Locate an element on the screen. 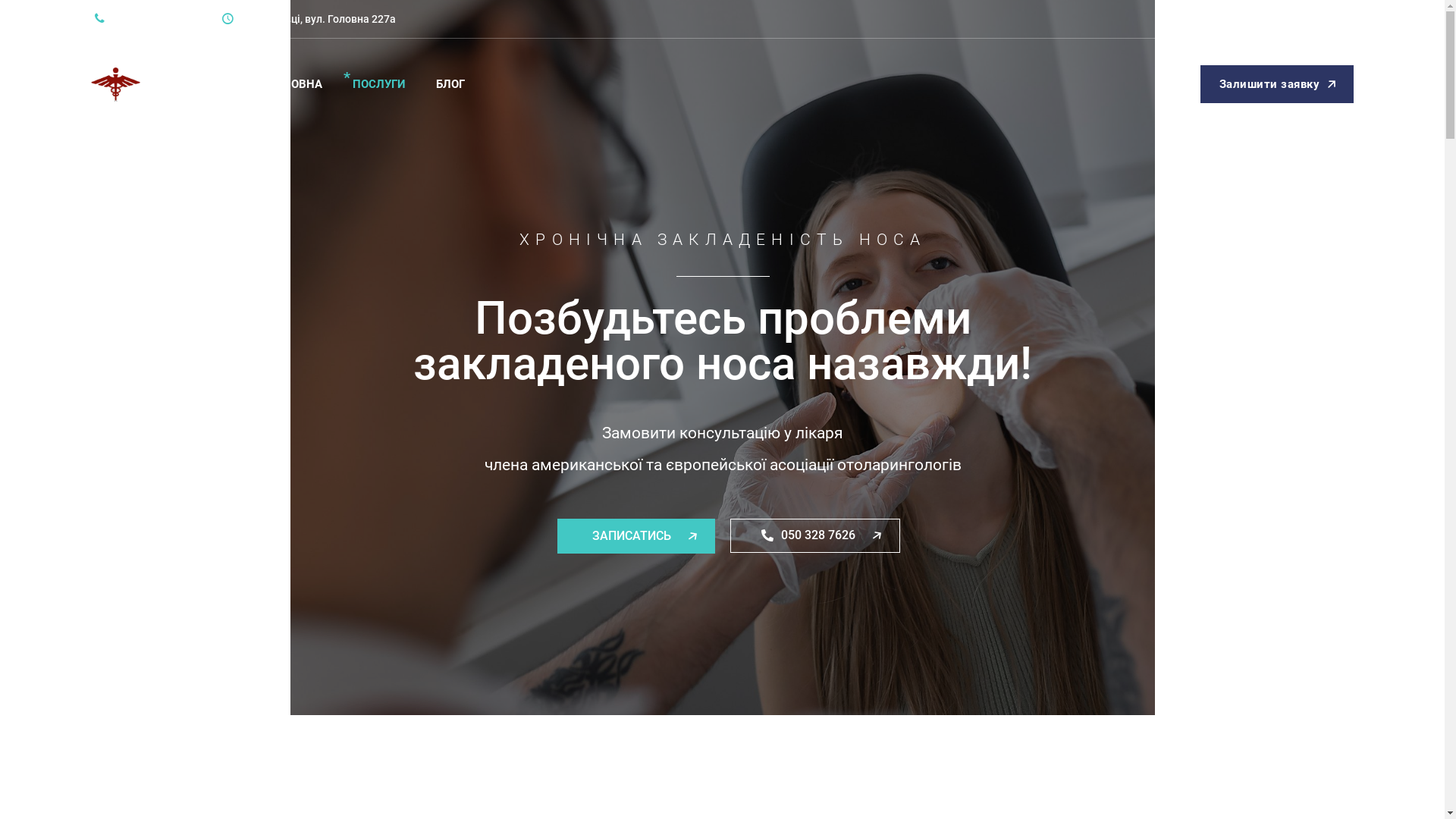 The image size is (1456, 819). '050 328 7626' is located at coordinates (814, 535).